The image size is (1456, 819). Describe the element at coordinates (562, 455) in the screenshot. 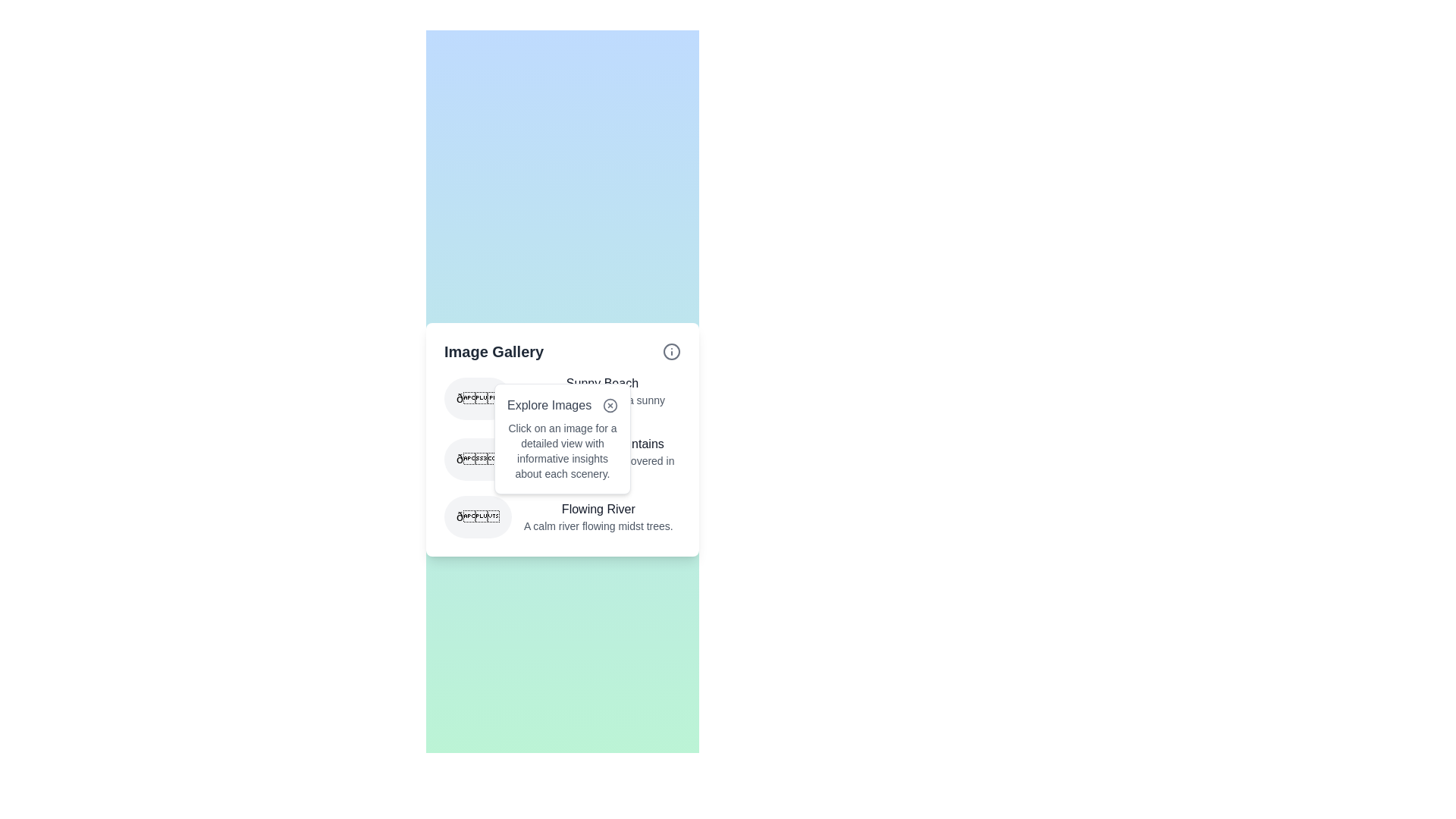

I see `the List of Descriptive Items element, which contains three blocks with icons and descriptive text for 'Sunny Beach', 'Majestic Mountains', and 'Flowing River', positioned under the 'Image Gallery' section` at that location.